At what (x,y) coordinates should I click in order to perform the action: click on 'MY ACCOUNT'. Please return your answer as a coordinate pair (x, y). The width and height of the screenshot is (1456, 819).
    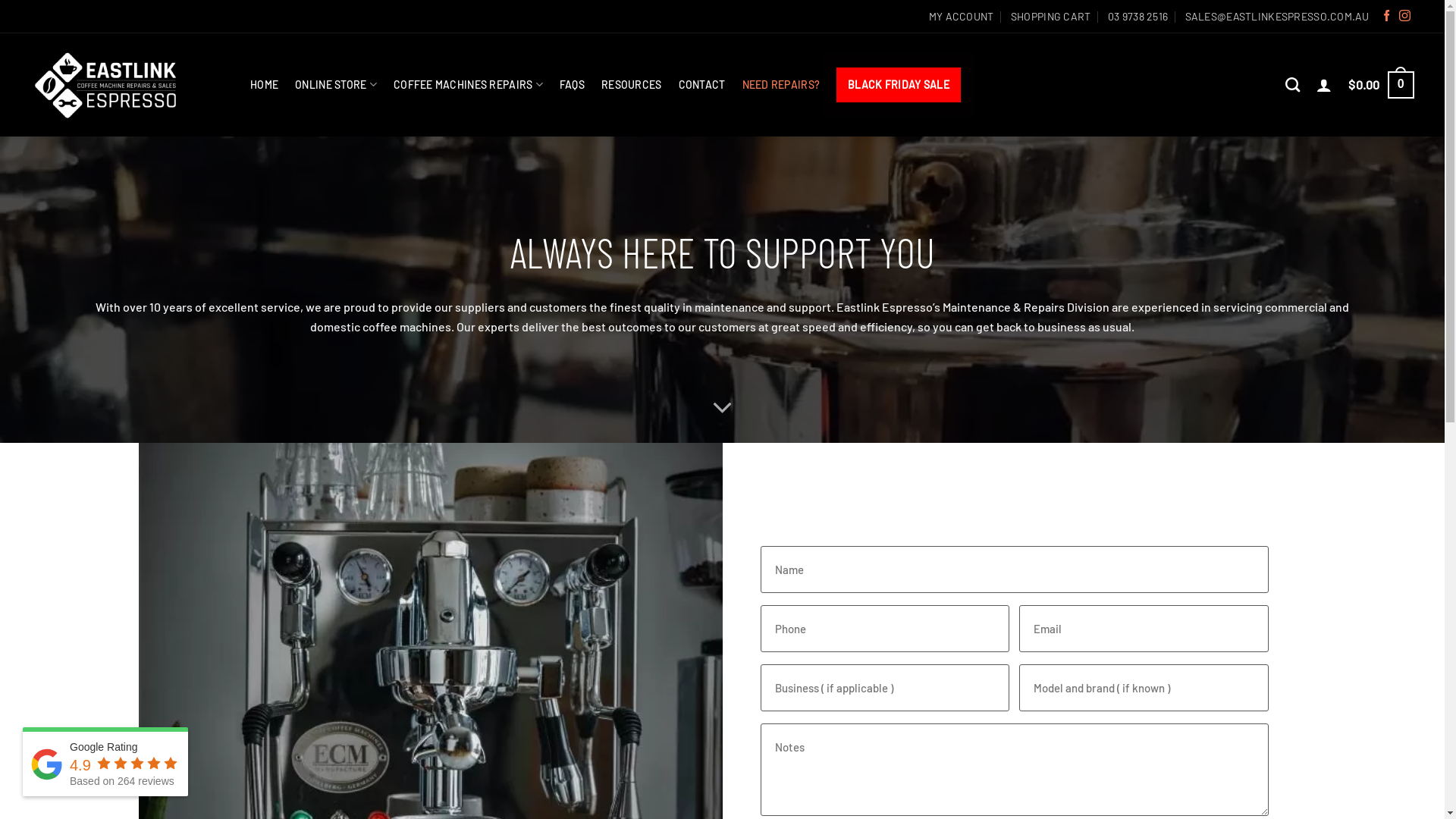
    Looking at the image, I should click on (960, 15).